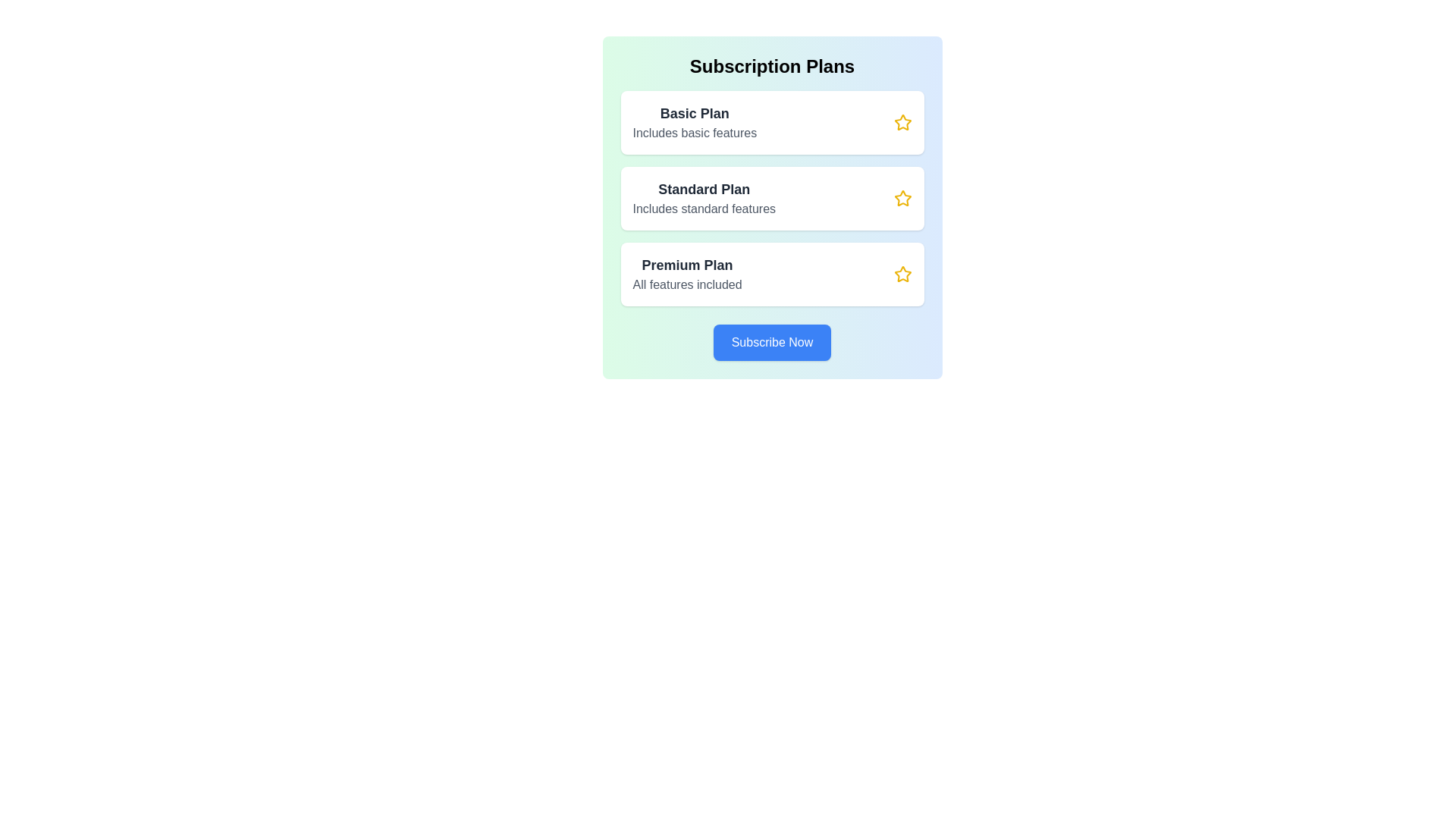 The width and height of the screenshot is (1456, 819). I want to click on star icon associated with the Basic plan, so click(902, 122).